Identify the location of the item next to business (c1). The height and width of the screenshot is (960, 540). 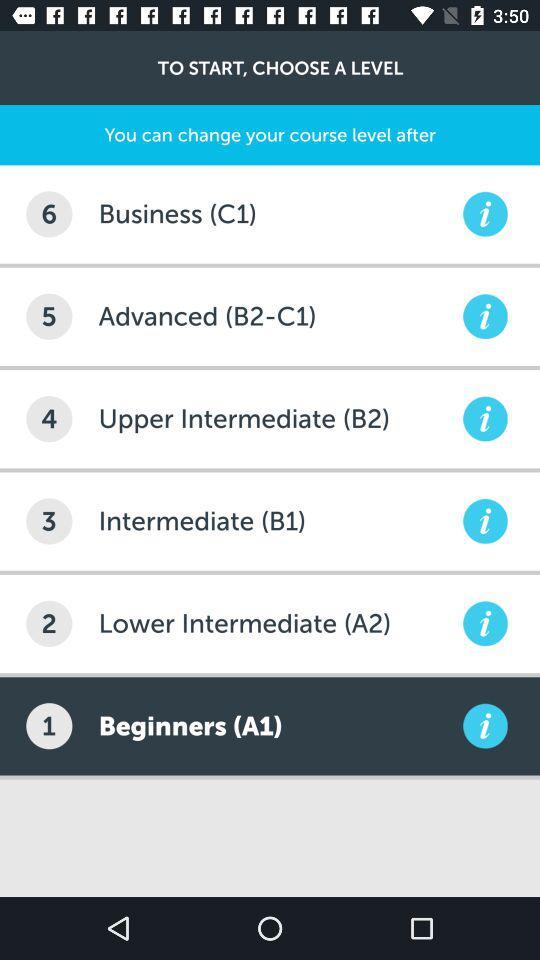
(49, 214).